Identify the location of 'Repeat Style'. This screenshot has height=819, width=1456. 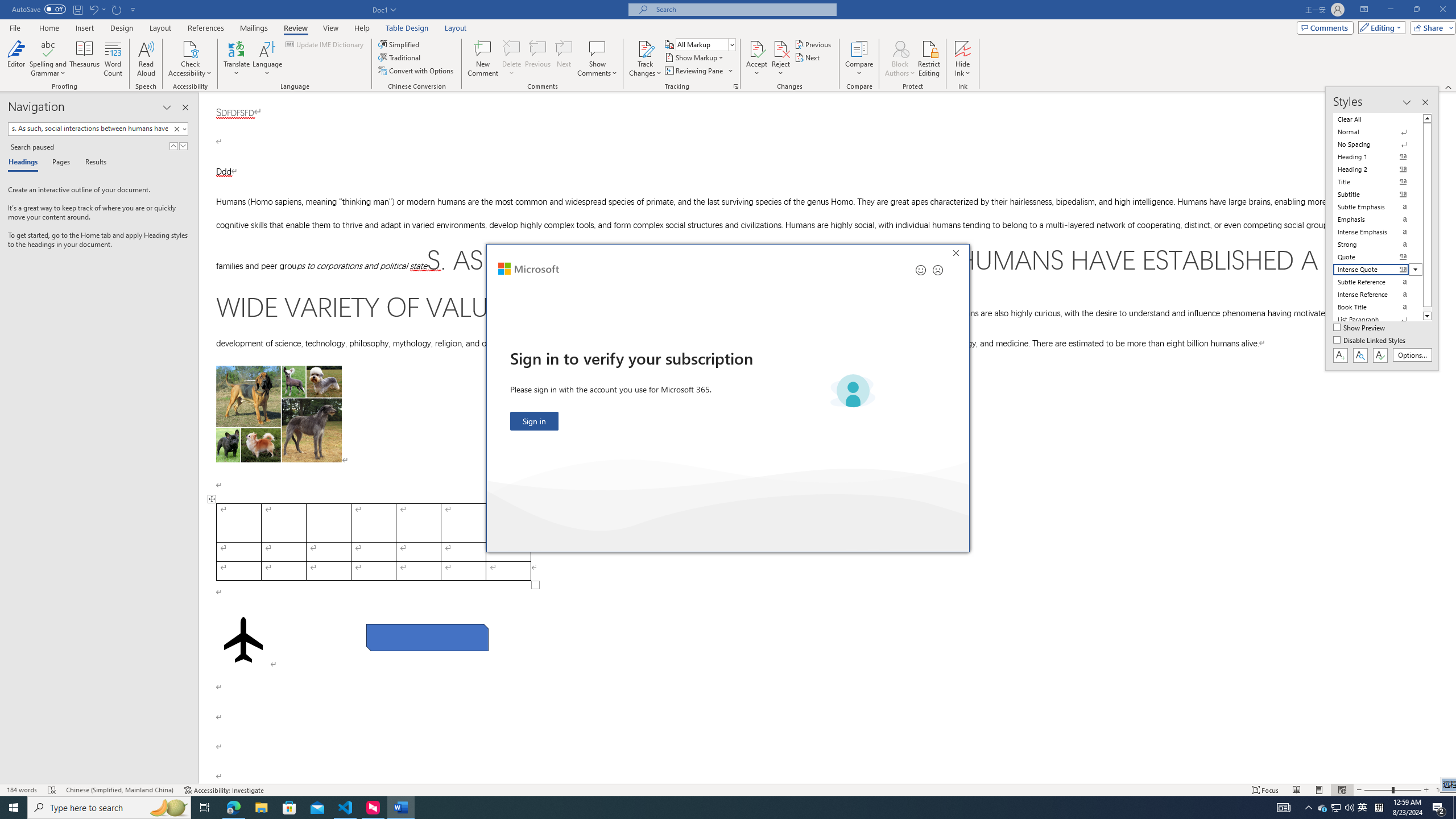
(117, 9).